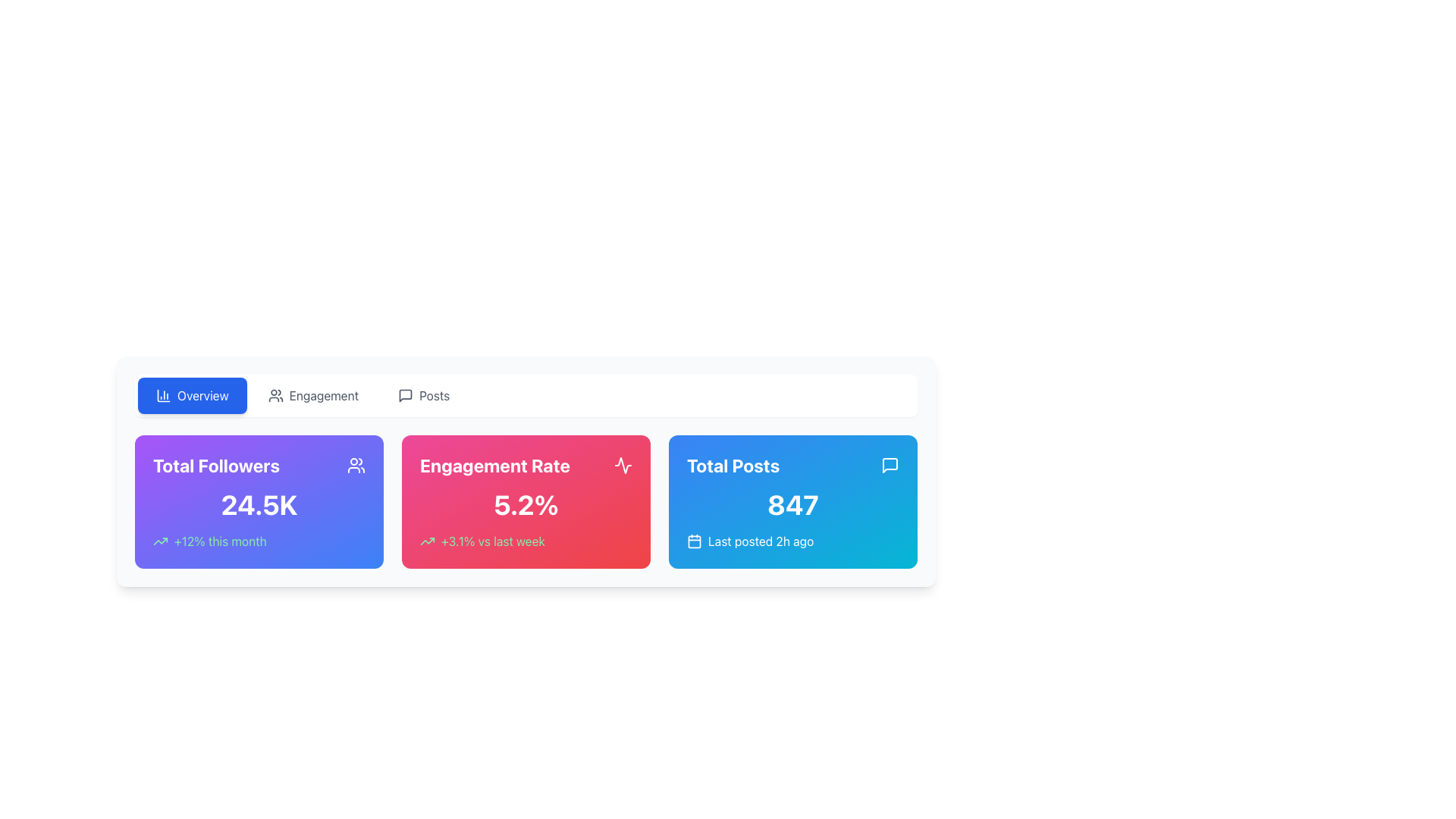 The height and width of the screenshot is (819, 1456). I want to click on the small outlined activity icon resembling a graph or waveform, located in the top-right corner of the 'Engagement Rate' card, so click(623, 464).